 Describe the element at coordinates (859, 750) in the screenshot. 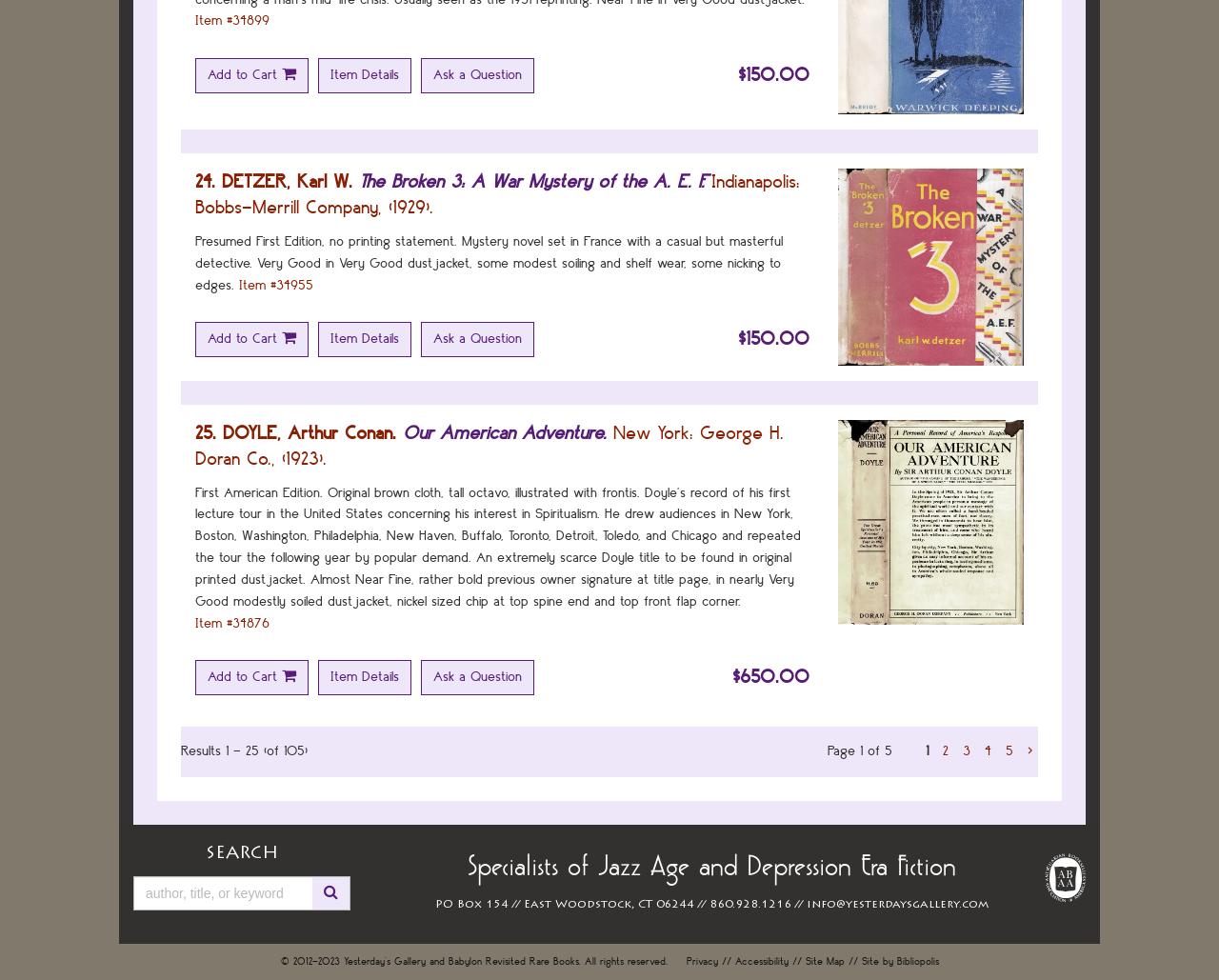

I see `'Page 1 of 5'` at that location.